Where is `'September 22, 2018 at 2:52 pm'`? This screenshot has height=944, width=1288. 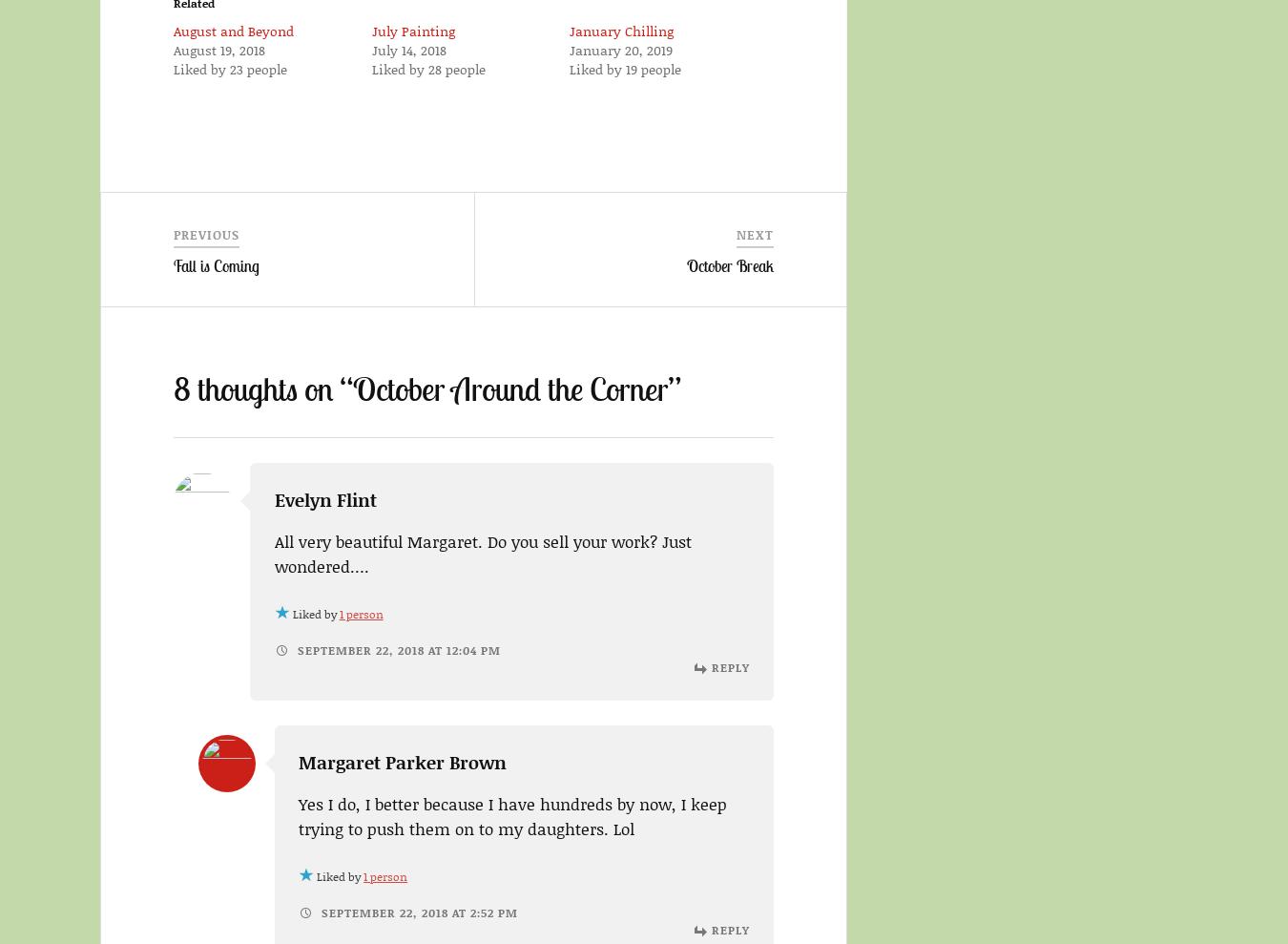 'September 22, 2018 at 2:52 pm' is located at coordinates (417, 913).